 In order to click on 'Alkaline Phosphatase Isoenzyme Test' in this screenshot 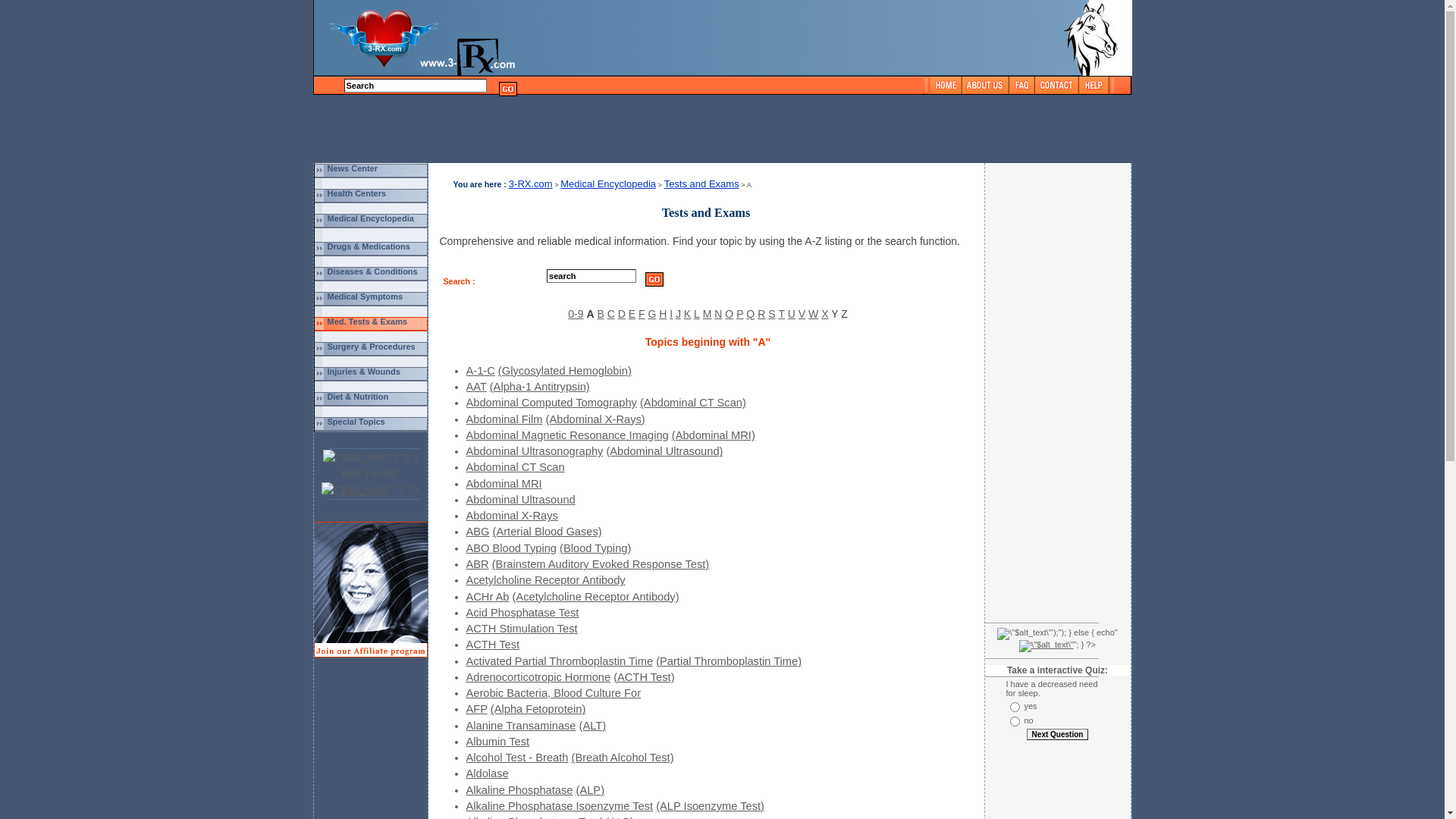, I will do `click(465, 805)`.